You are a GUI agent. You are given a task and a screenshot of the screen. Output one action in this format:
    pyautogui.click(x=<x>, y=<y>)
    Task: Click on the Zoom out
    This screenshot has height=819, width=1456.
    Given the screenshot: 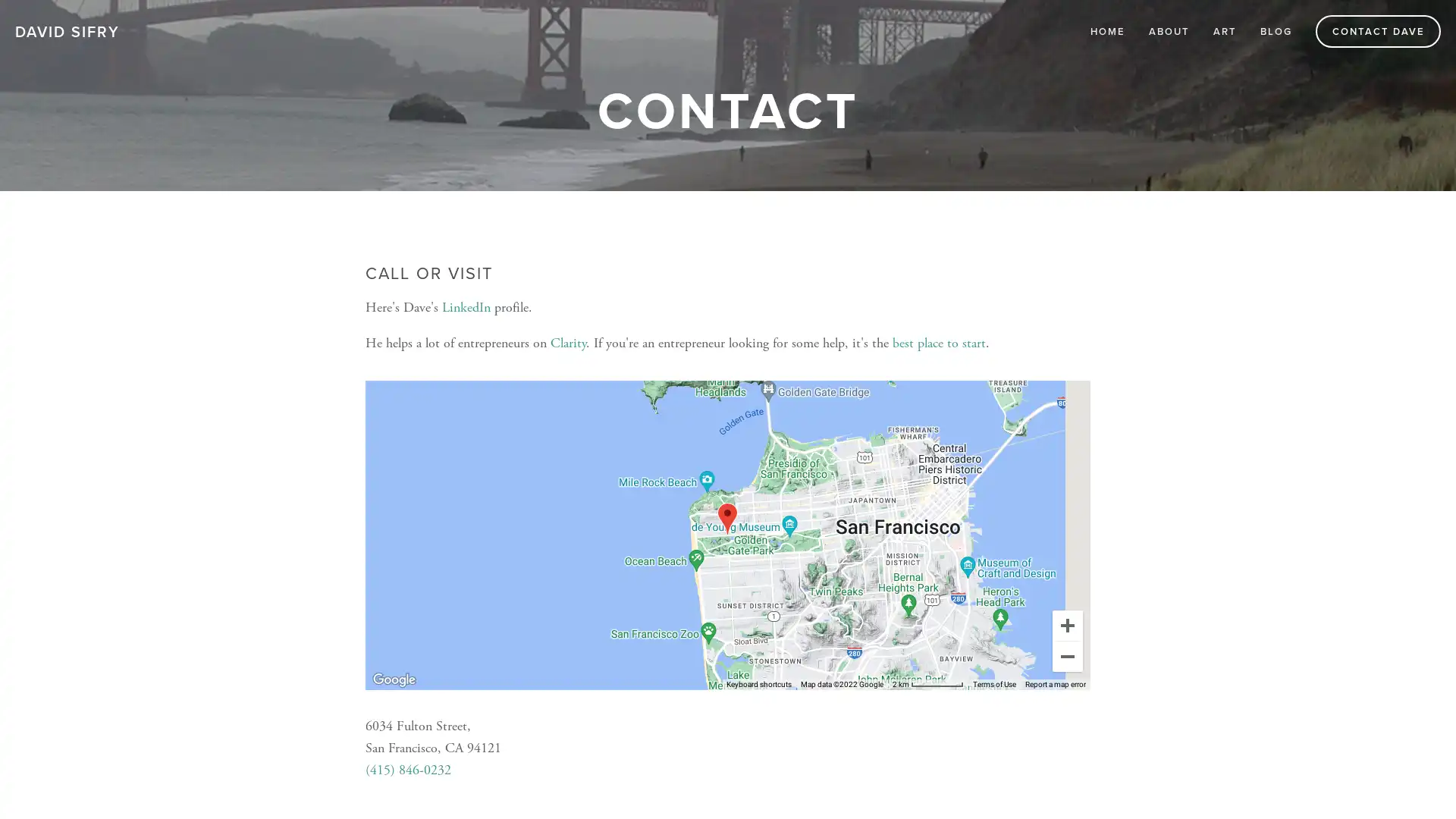 What is the action you would take?
    pyautogui.click(x=1066, y=654)
    